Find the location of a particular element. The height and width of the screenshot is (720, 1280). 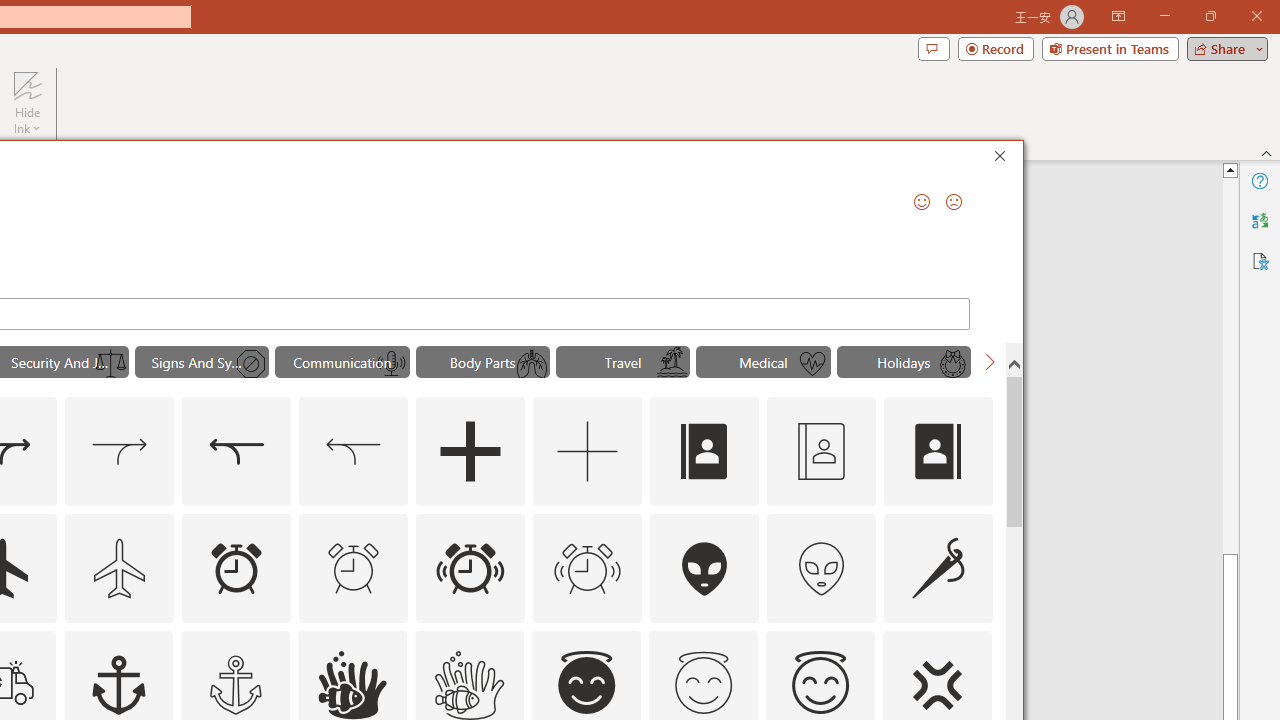

'AutomationID: Icons_TropicalScene_M' is located at coordinates (672, 364).